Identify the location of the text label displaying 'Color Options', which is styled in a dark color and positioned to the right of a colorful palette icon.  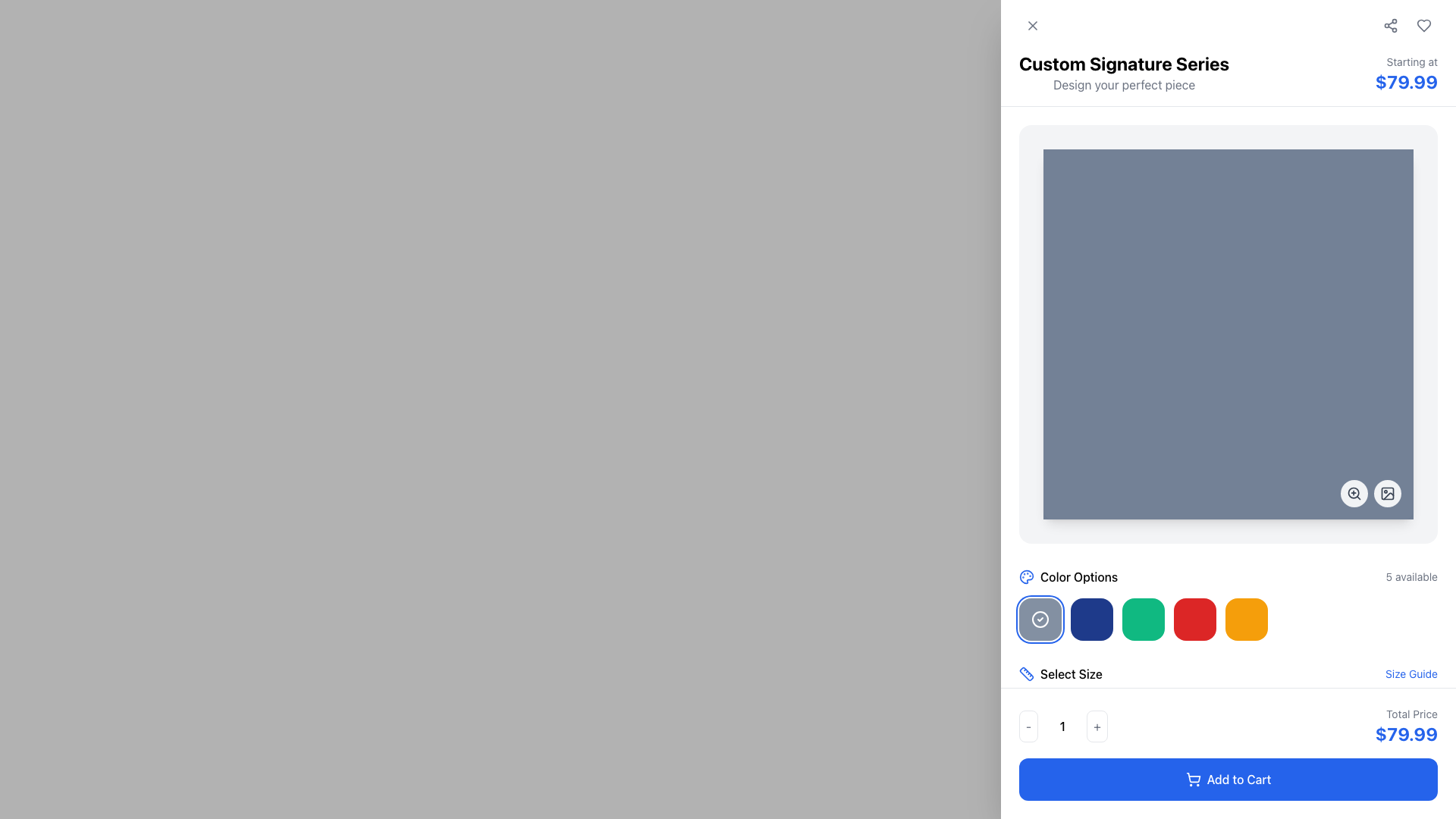
(1078, 576).